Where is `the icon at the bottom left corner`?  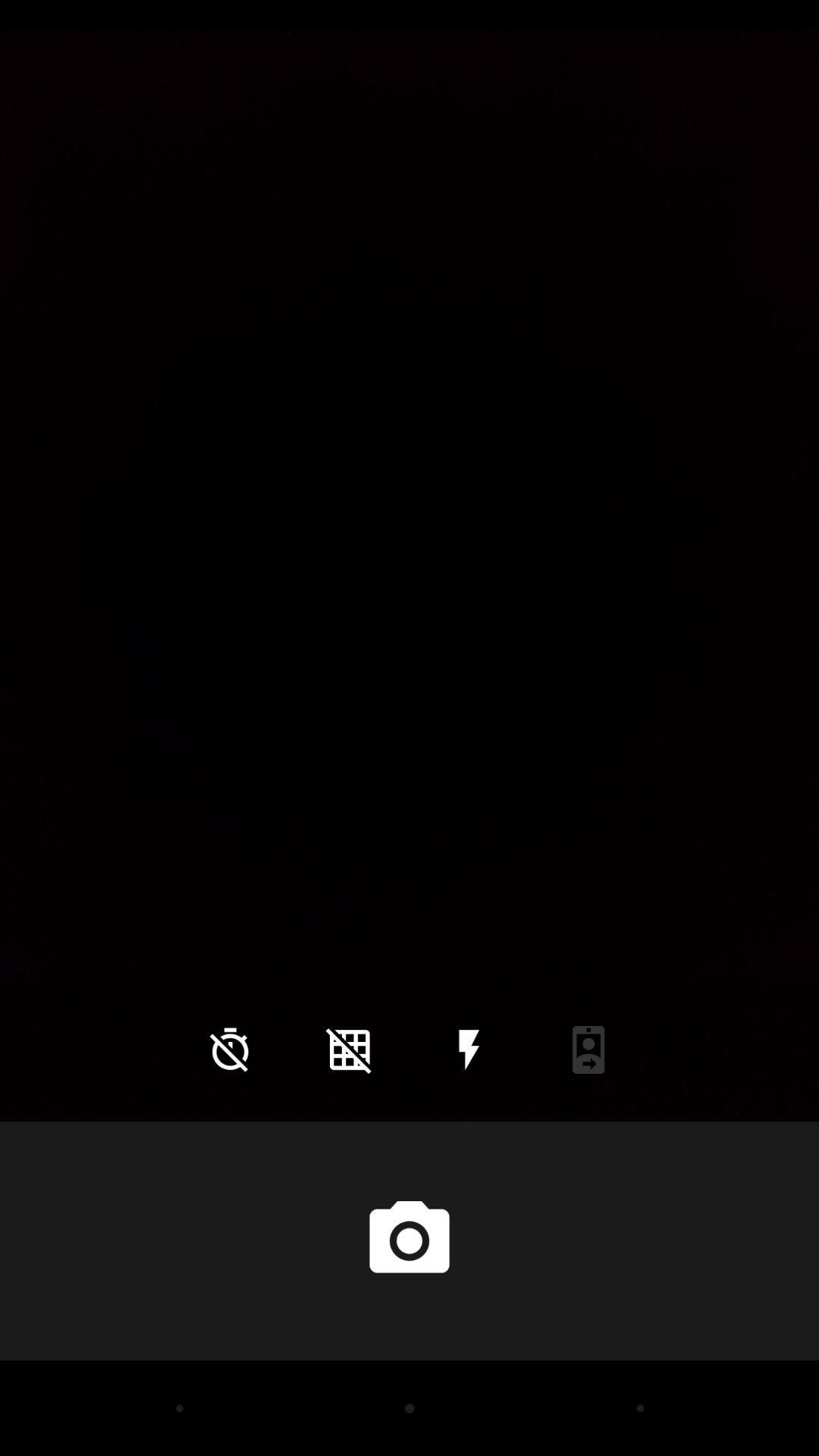
the icon at the bottom left corner is located at coordinates (230, 1049).